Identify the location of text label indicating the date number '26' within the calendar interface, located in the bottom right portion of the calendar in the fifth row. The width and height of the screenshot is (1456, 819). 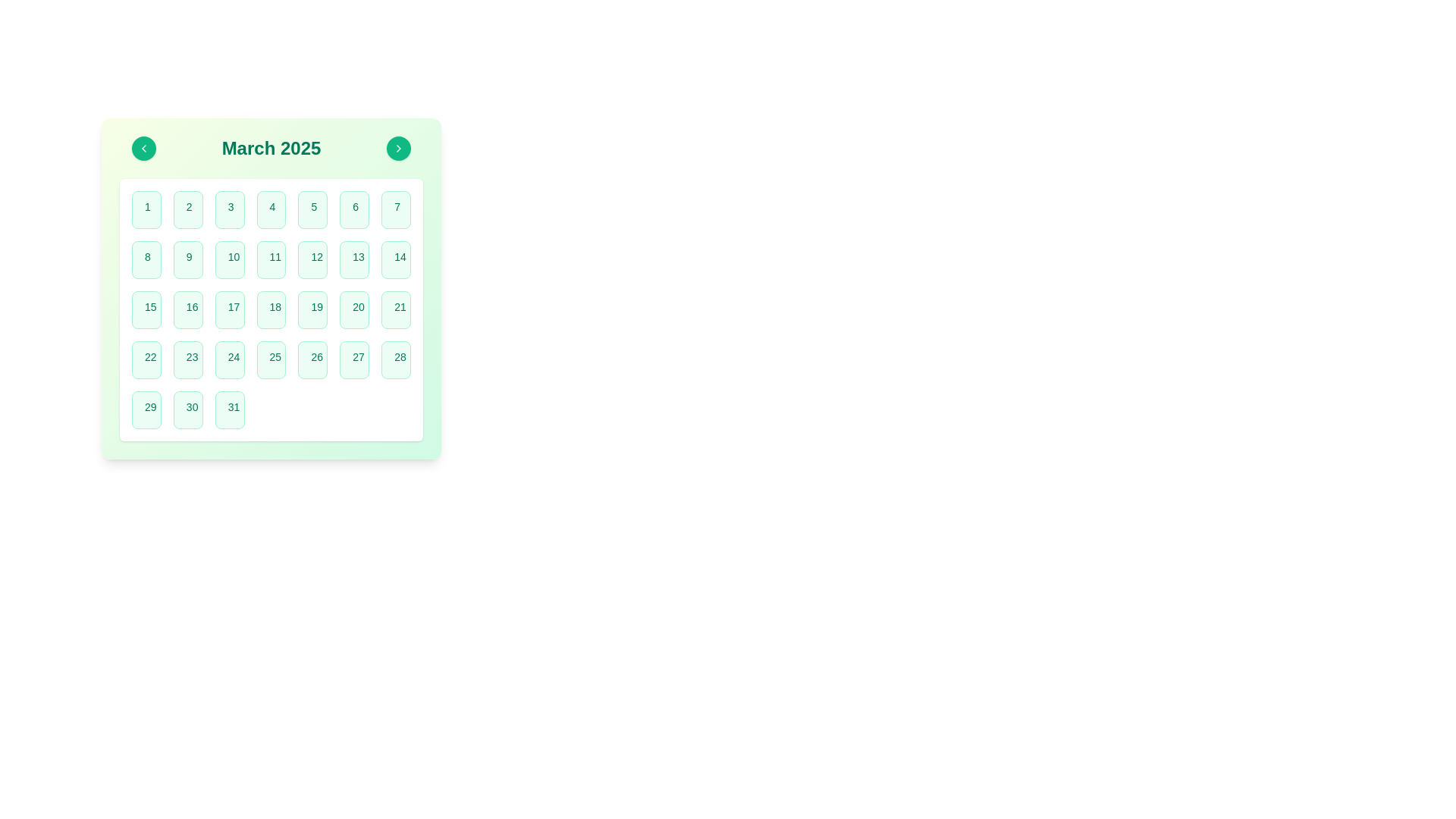
(316, 356).